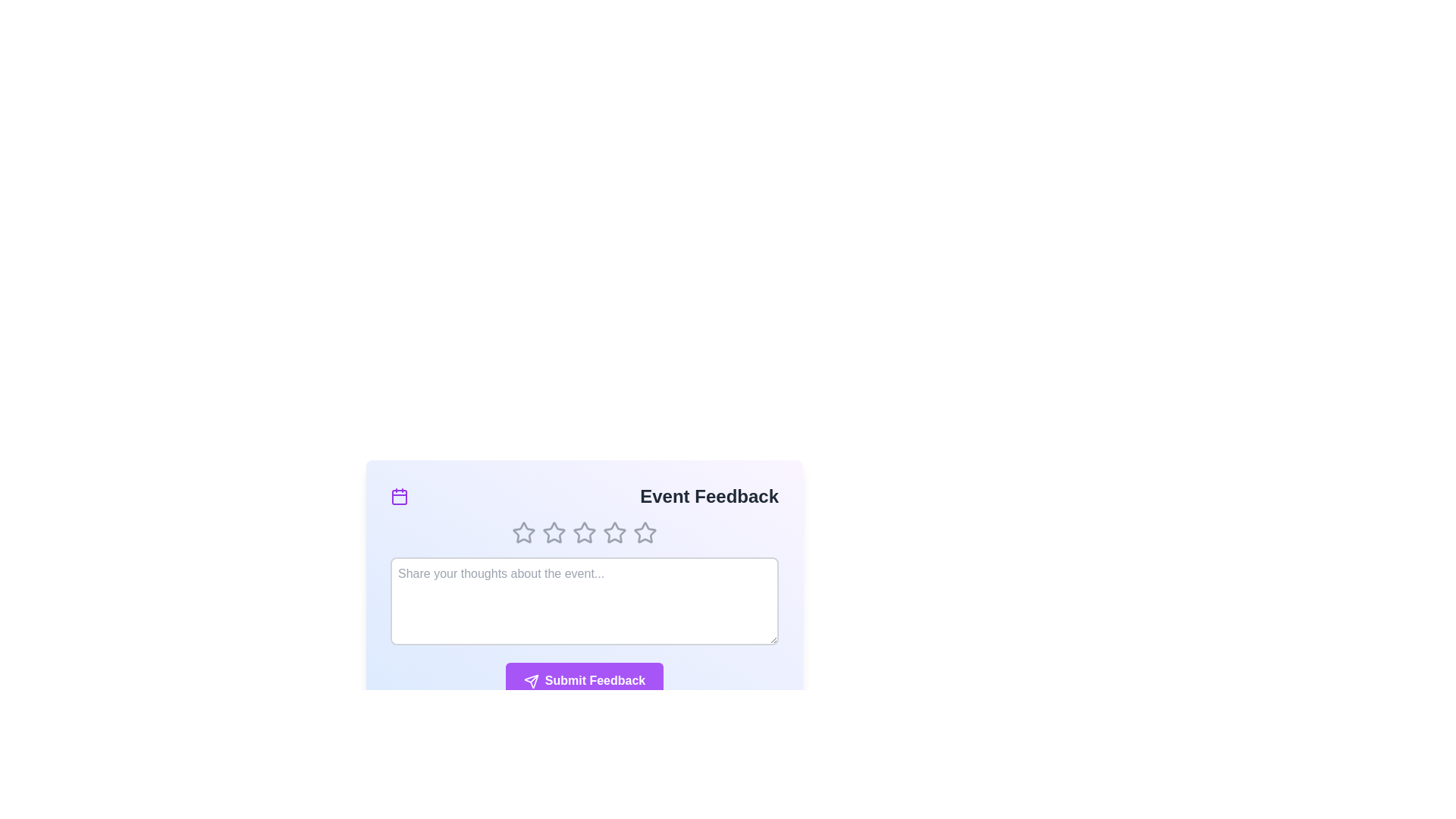 The height and width of the screenshot is (819, 1456). What do you see at coordinates (553, 532) in the screenshot?
I see `the second star icon in the rating system` at bounding box center [553, 532].